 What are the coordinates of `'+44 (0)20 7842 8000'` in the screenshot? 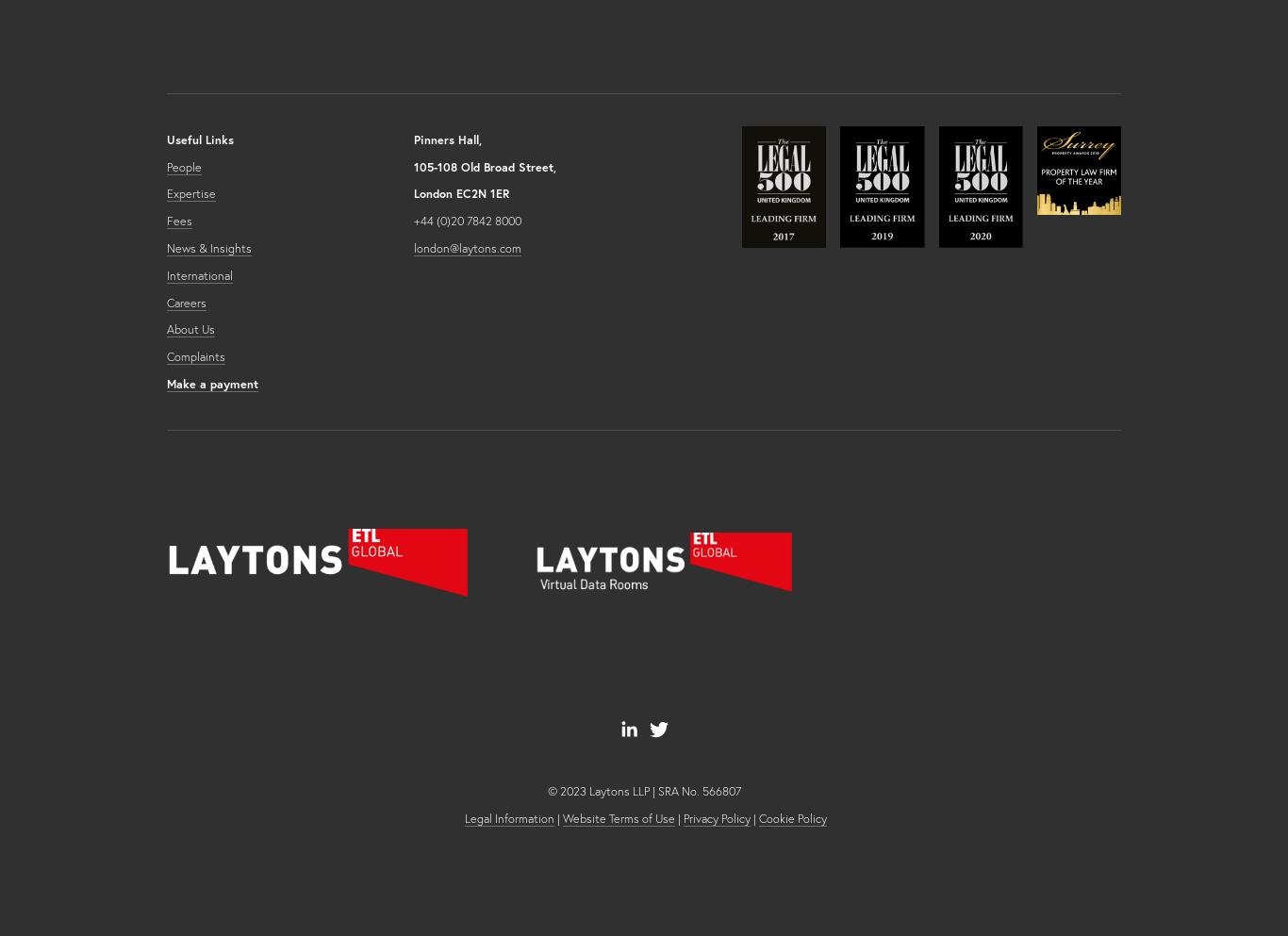 It's located at (411, 219).